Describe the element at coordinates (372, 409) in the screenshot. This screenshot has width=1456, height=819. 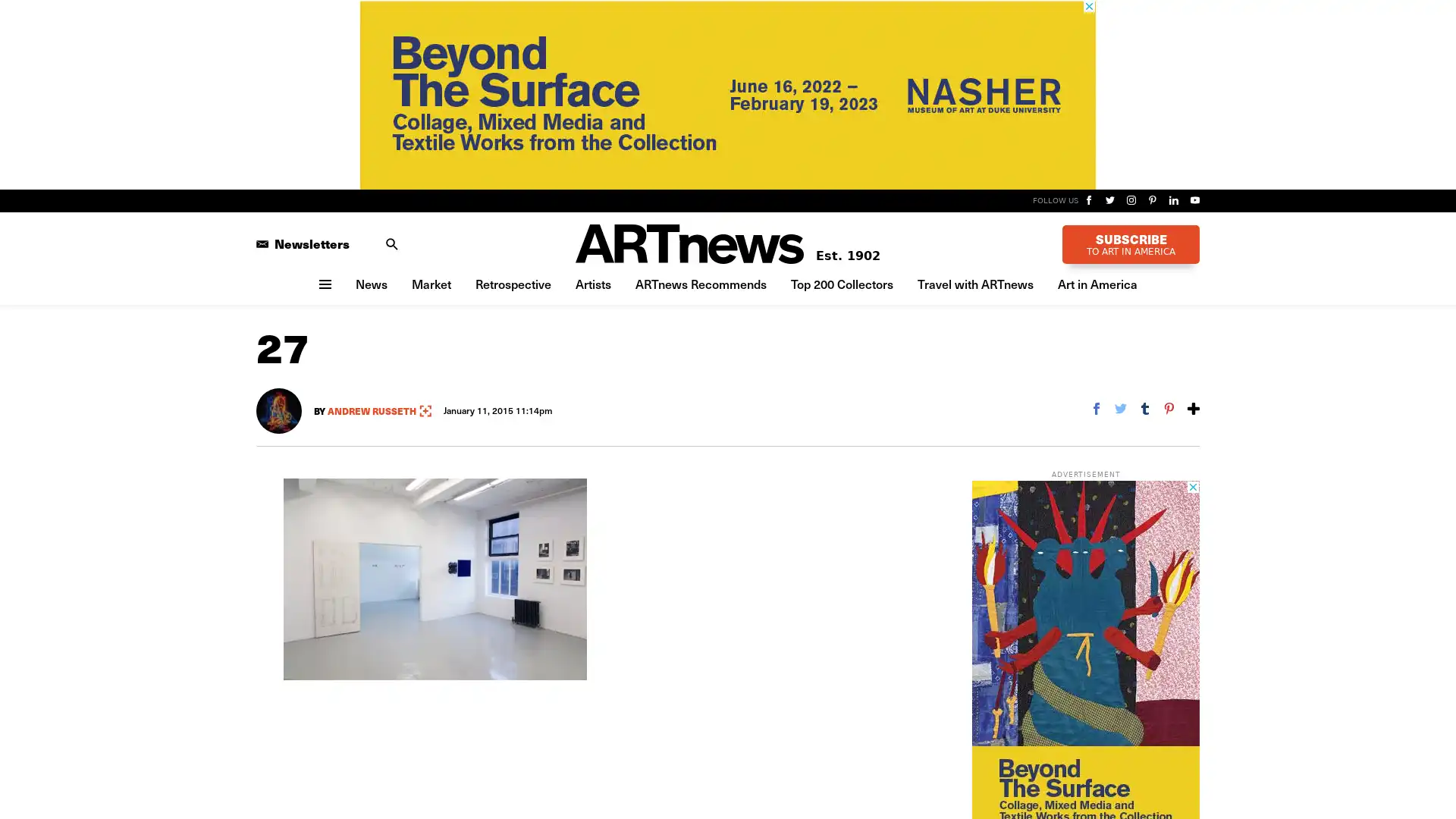
I see `BY ANDREW RUSSETH Plus Icon` at that location.